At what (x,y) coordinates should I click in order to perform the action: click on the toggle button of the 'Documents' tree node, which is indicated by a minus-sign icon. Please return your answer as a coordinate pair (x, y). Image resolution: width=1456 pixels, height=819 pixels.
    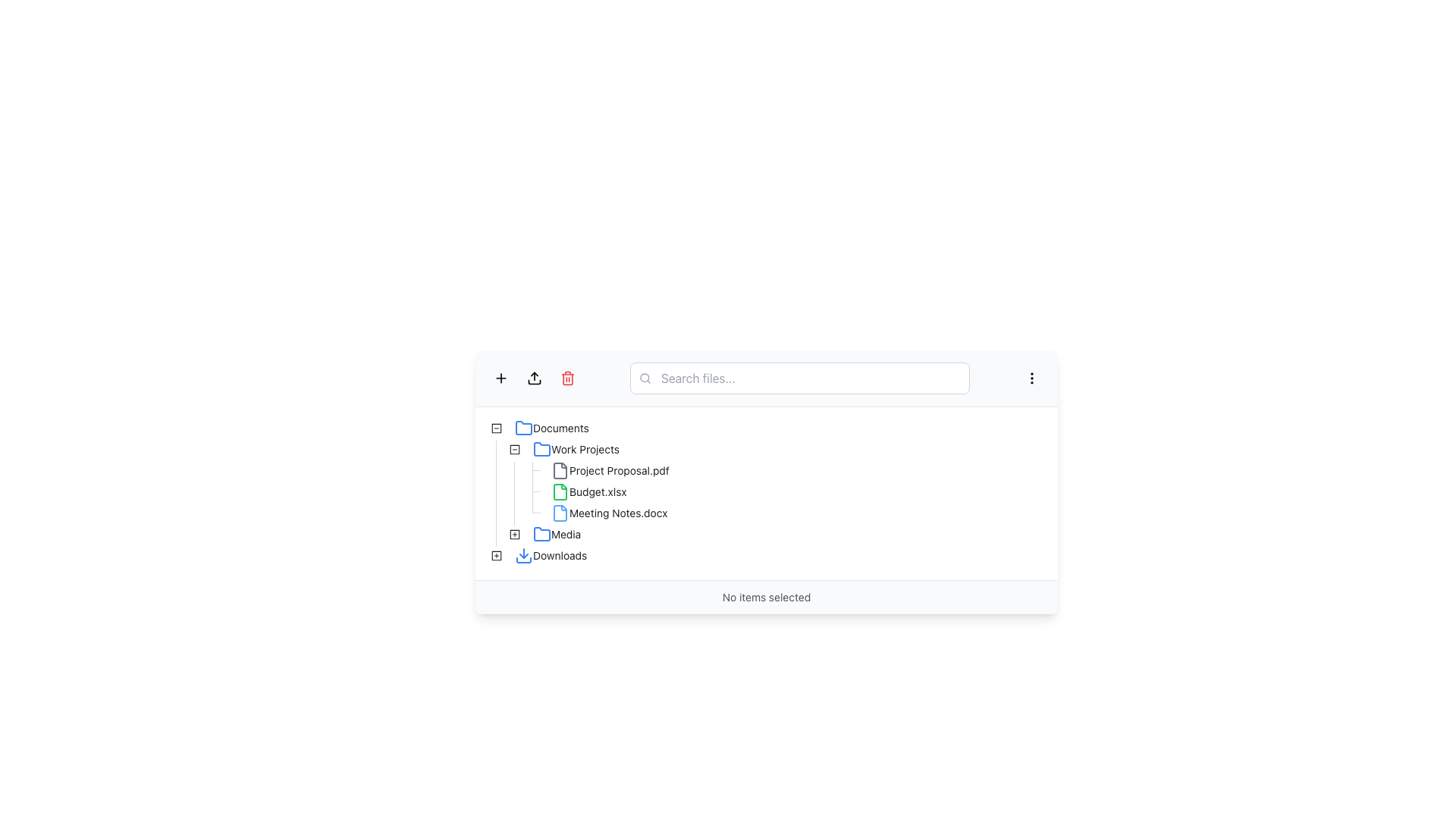
    Looking at the image, I should click on (541, 428).